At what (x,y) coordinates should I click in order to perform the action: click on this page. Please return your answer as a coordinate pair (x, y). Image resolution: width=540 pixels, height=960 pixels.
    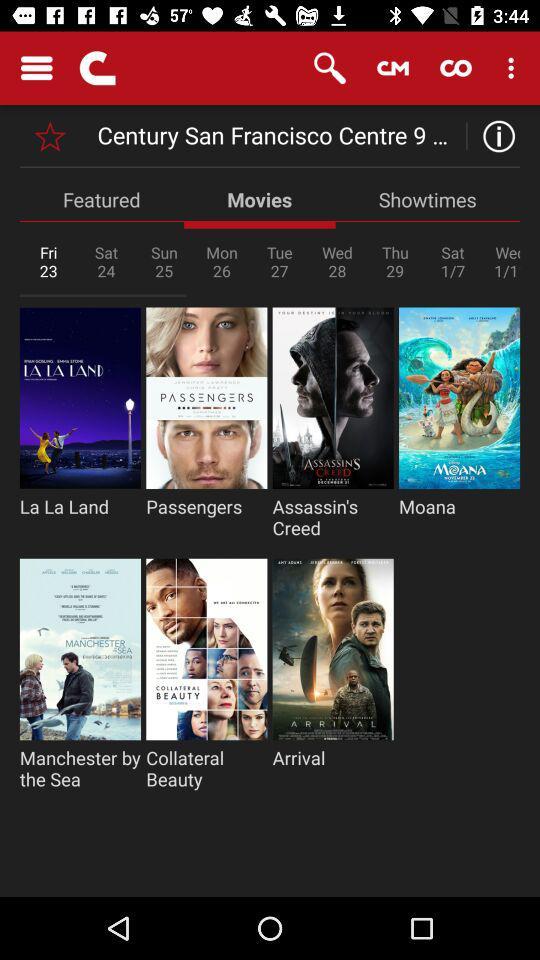
    Looking at the image, I should click on (50, 135).